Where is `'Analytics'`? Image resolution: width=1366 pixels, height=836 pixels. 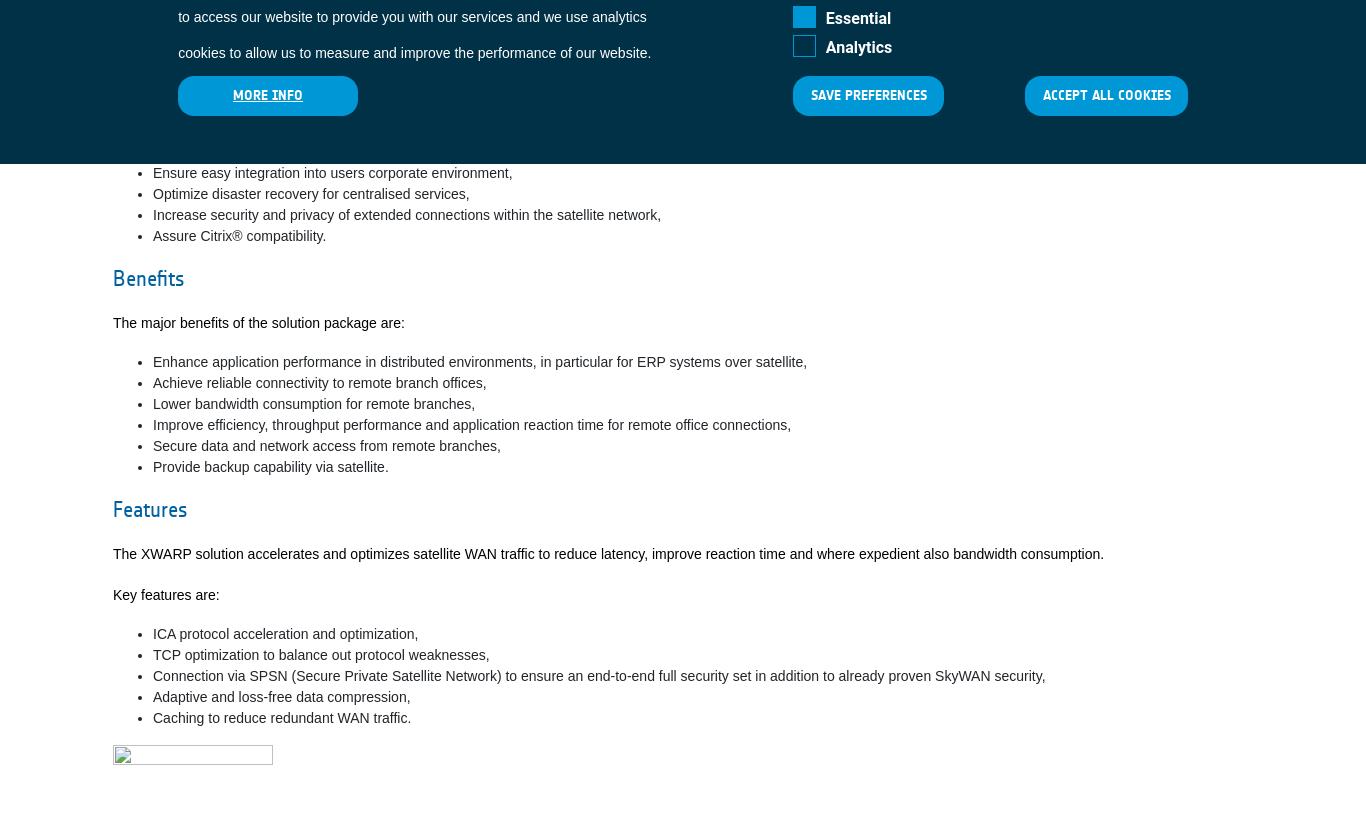
'Analytics' is located at coordinates (857, 47).